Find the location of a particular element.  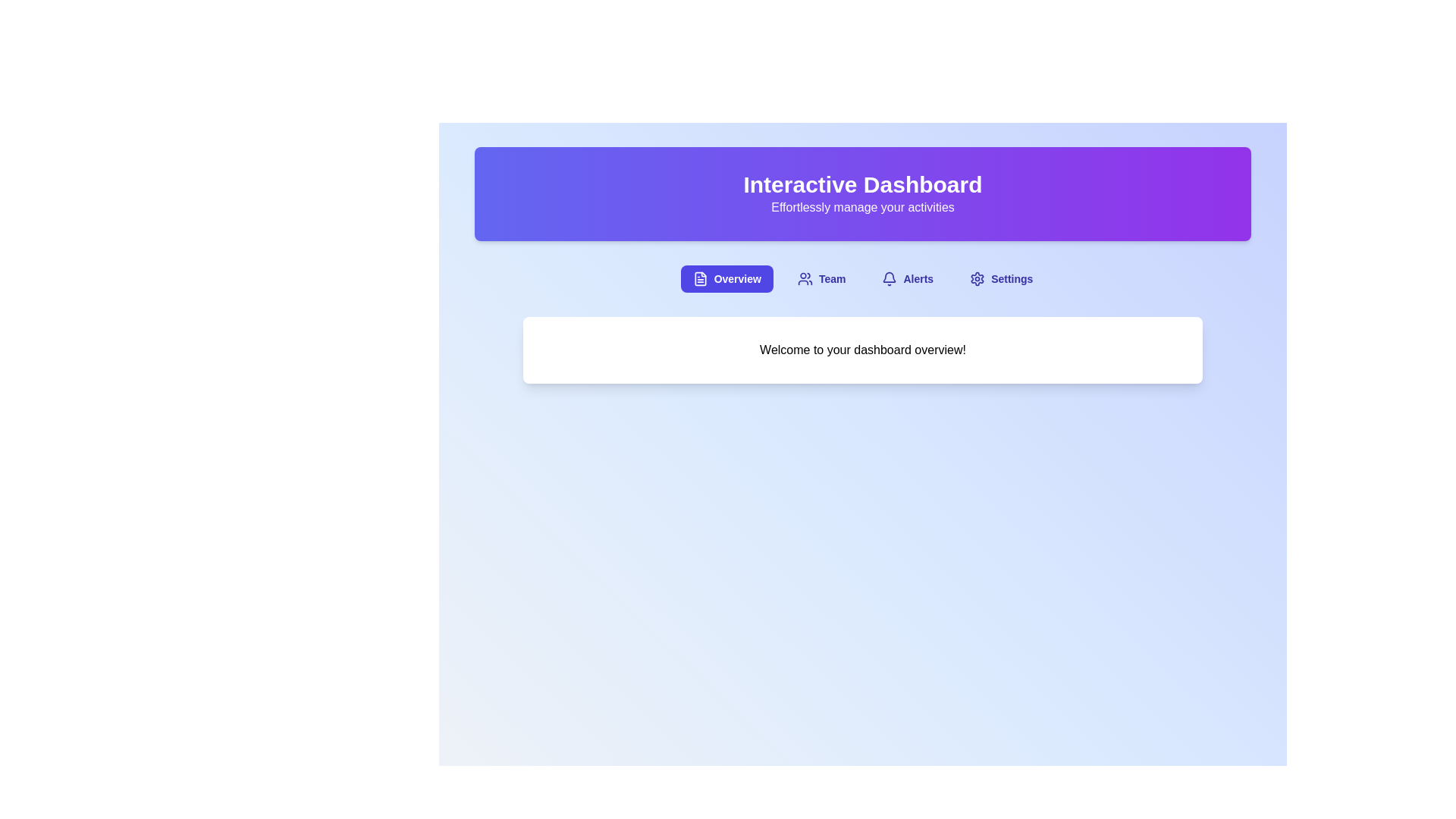

the static text block element that displays 'Welcome to your dashboard overview!' which is positioned below the navigation buttons in the upper-middle section of the main view is located at coordinates (862, 350).